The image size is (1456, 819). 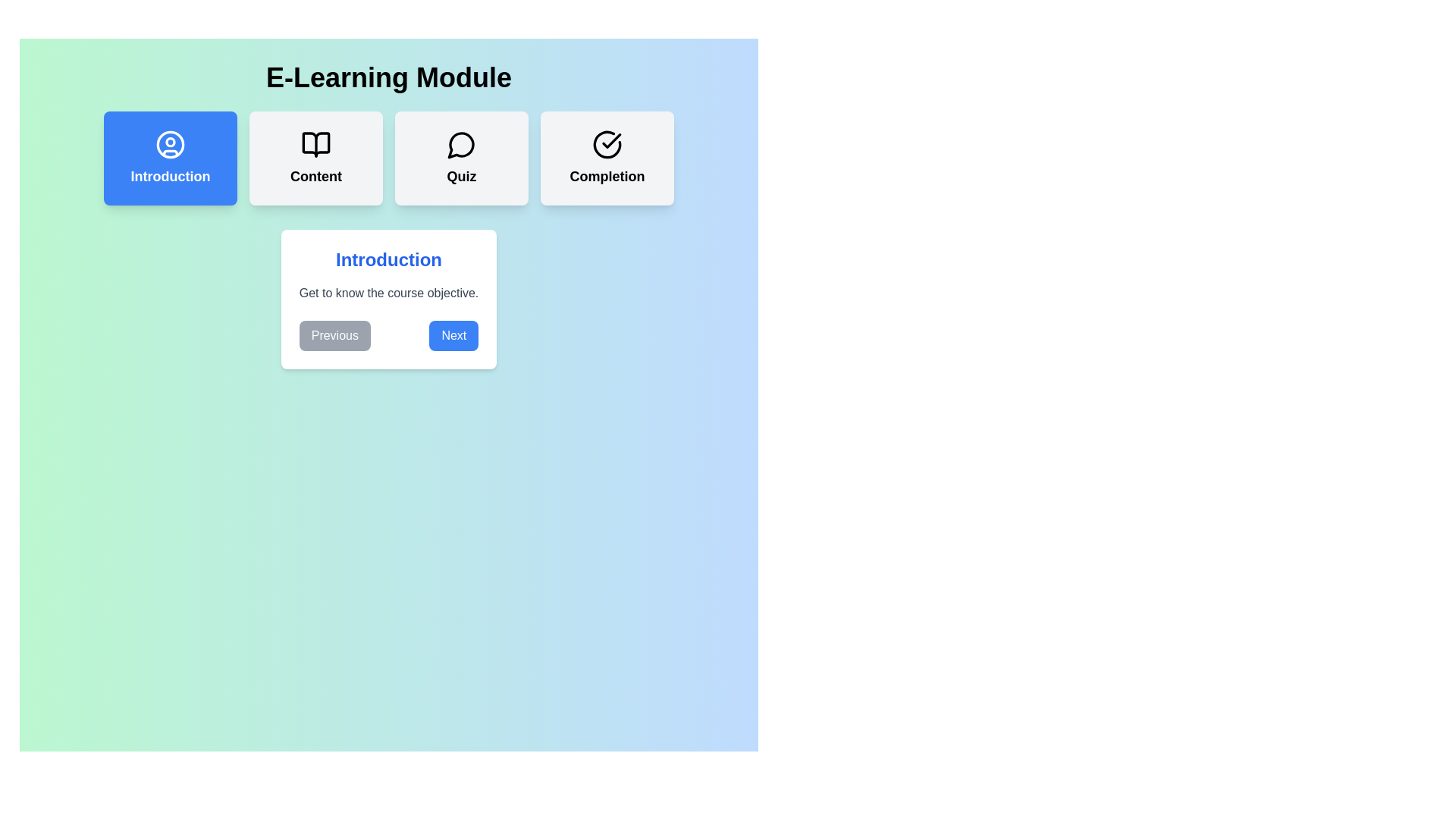 What do you see at coordinates (461, 158) in the screenshot?
I see `the learning step Quiz by clicking its card` at bounding box center [461, 158].